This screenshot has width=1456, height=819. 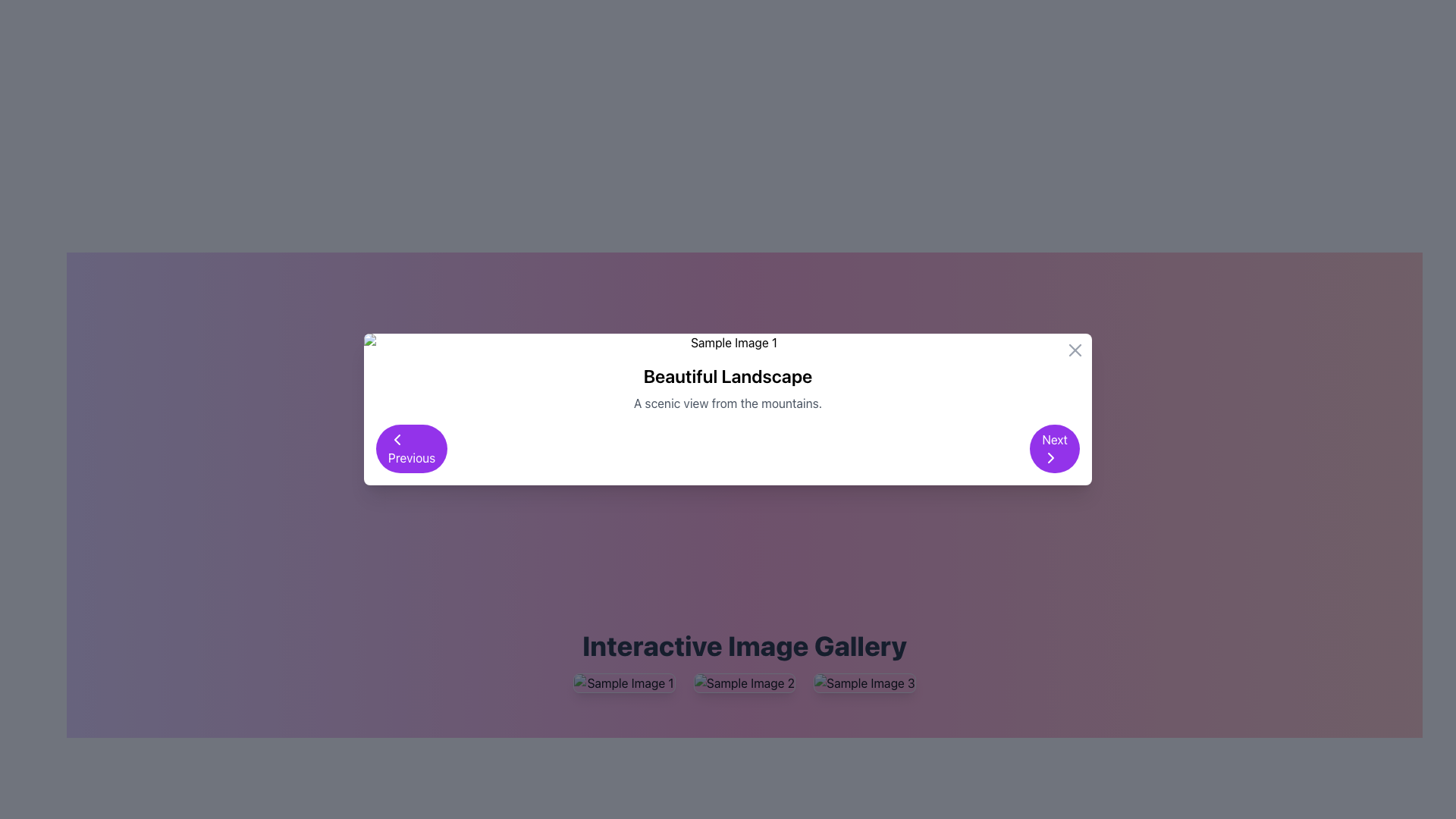 What do you see at coordinates (1054, 447) in the screenshot?
I see `the 'Next' button located at the bottom-right corner of the navigation group` at bounding box center [1054, 447].